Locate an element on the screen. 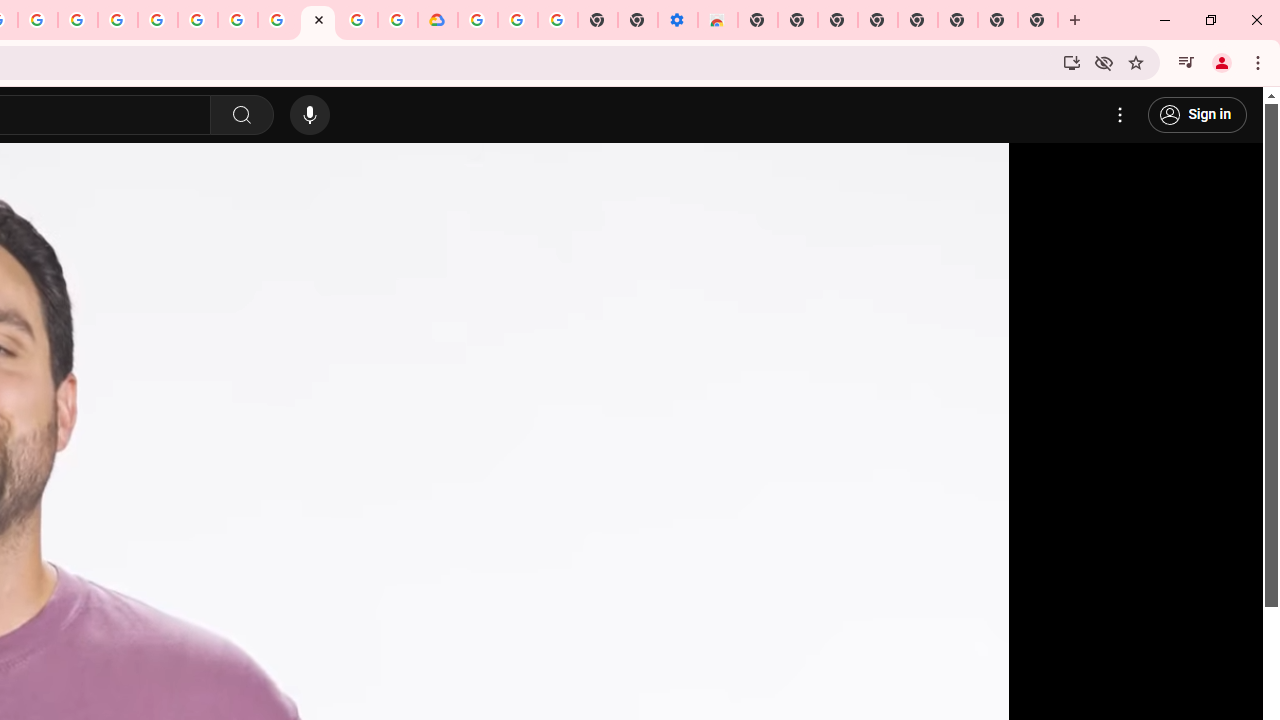 This screenshot has height=720, width=1280. 'Control your music, videos, and more' is located at coordinates (1185, 61).